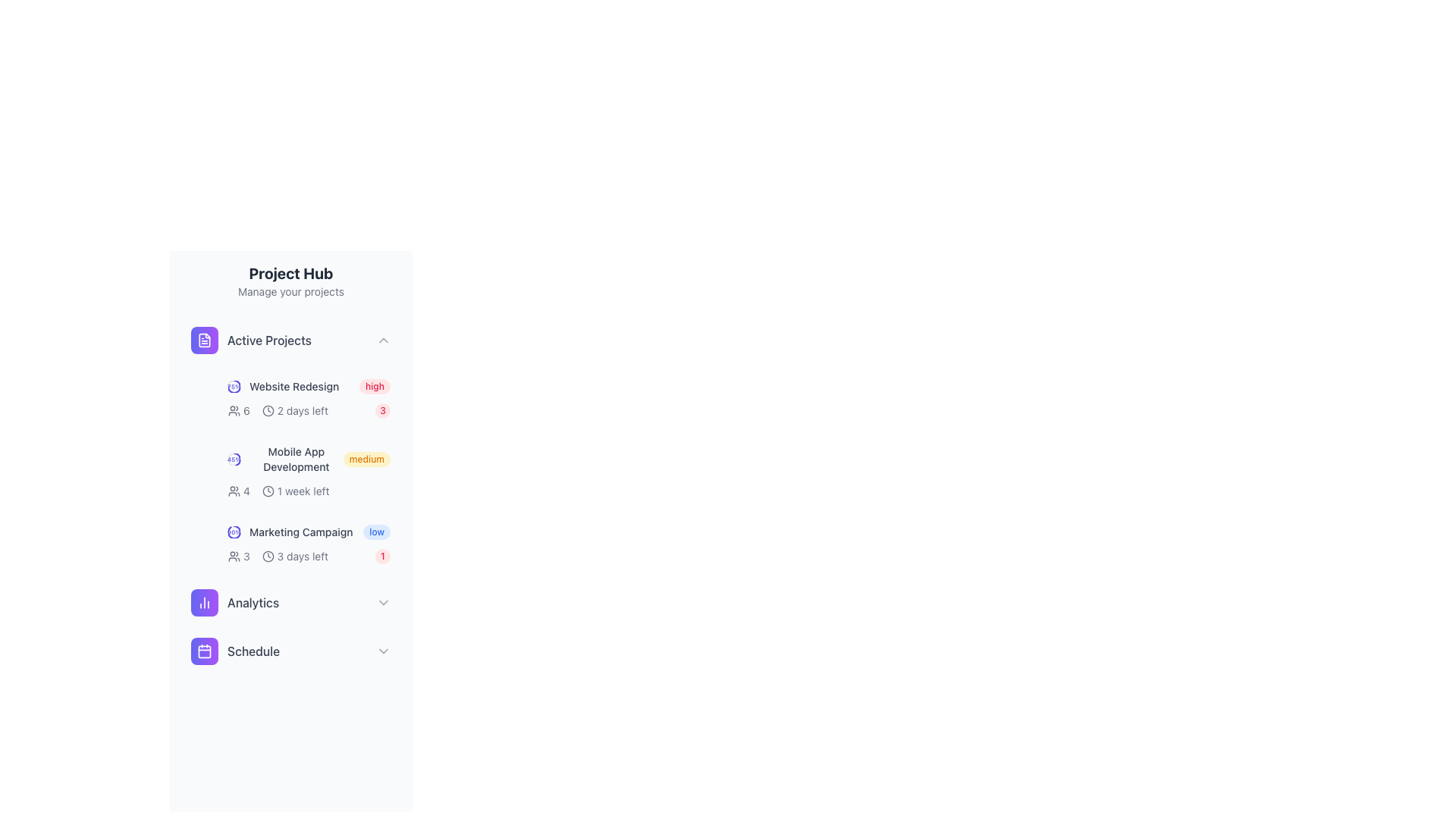  I want to click on the clock icon representing time or deadline for the 'Mobile App Development' project, located left of the text '1 week left', so click(268, 491).